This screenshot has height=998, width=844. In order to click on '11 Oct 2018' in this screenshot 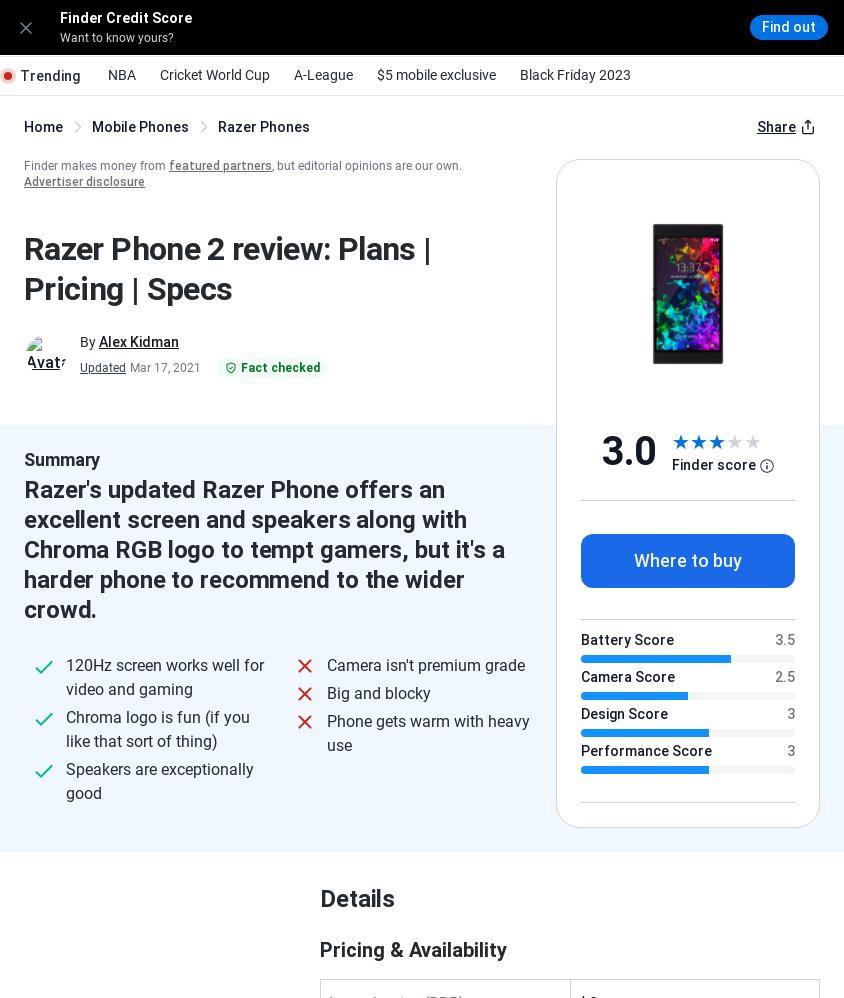, I will do `click(437, 364)`.